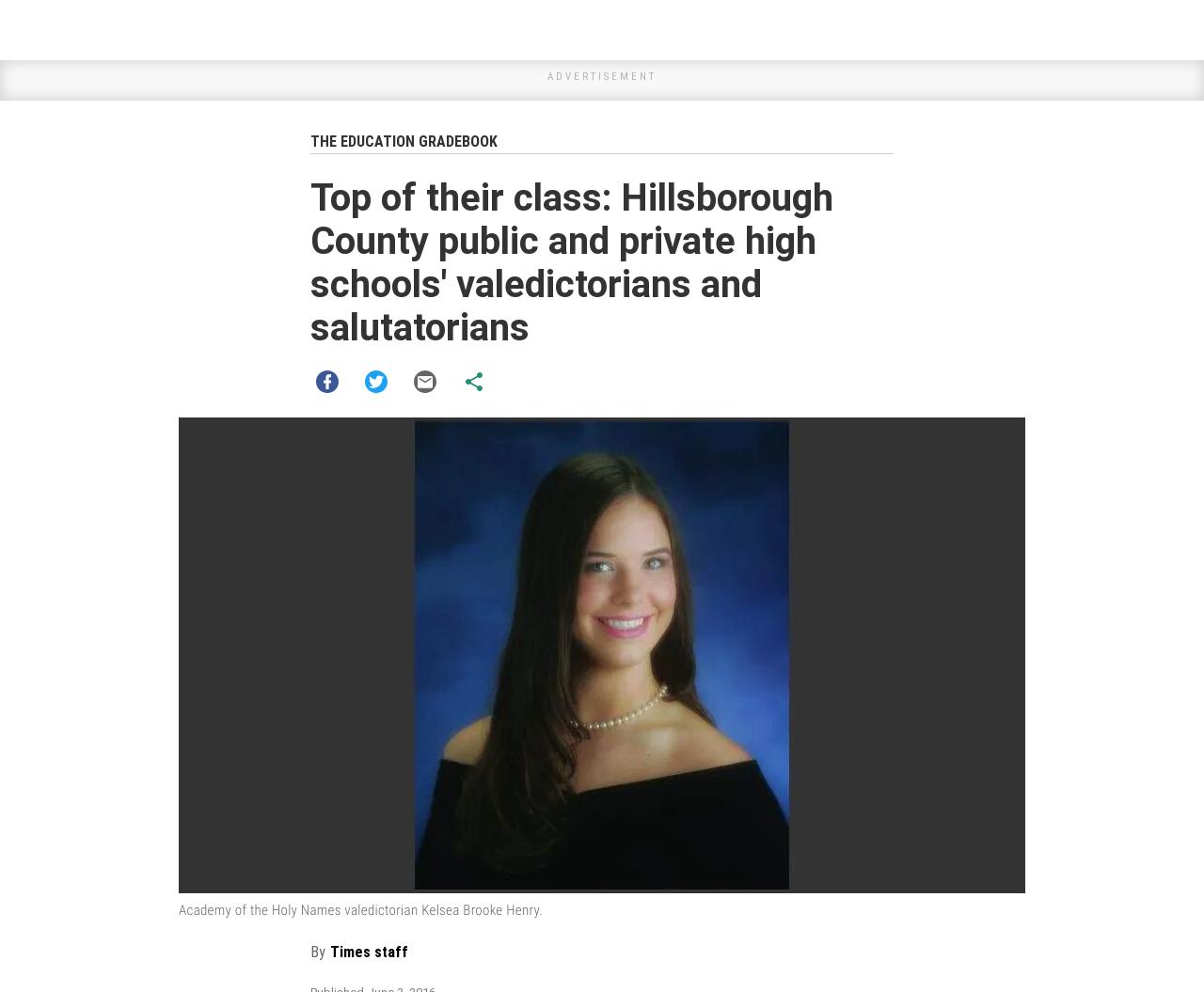 The width and height of the screenshot is (1204, 992). I want to click on 'GPA: 5.15', so click(347, 947).